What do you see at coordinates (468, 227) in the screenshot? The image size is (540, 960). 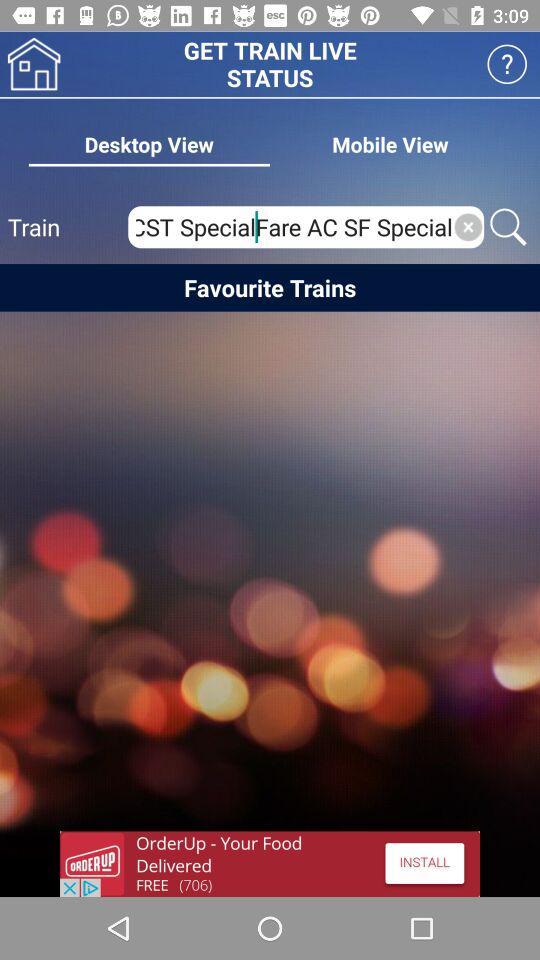 I see `clear text box` at bounding box center [468, 227].